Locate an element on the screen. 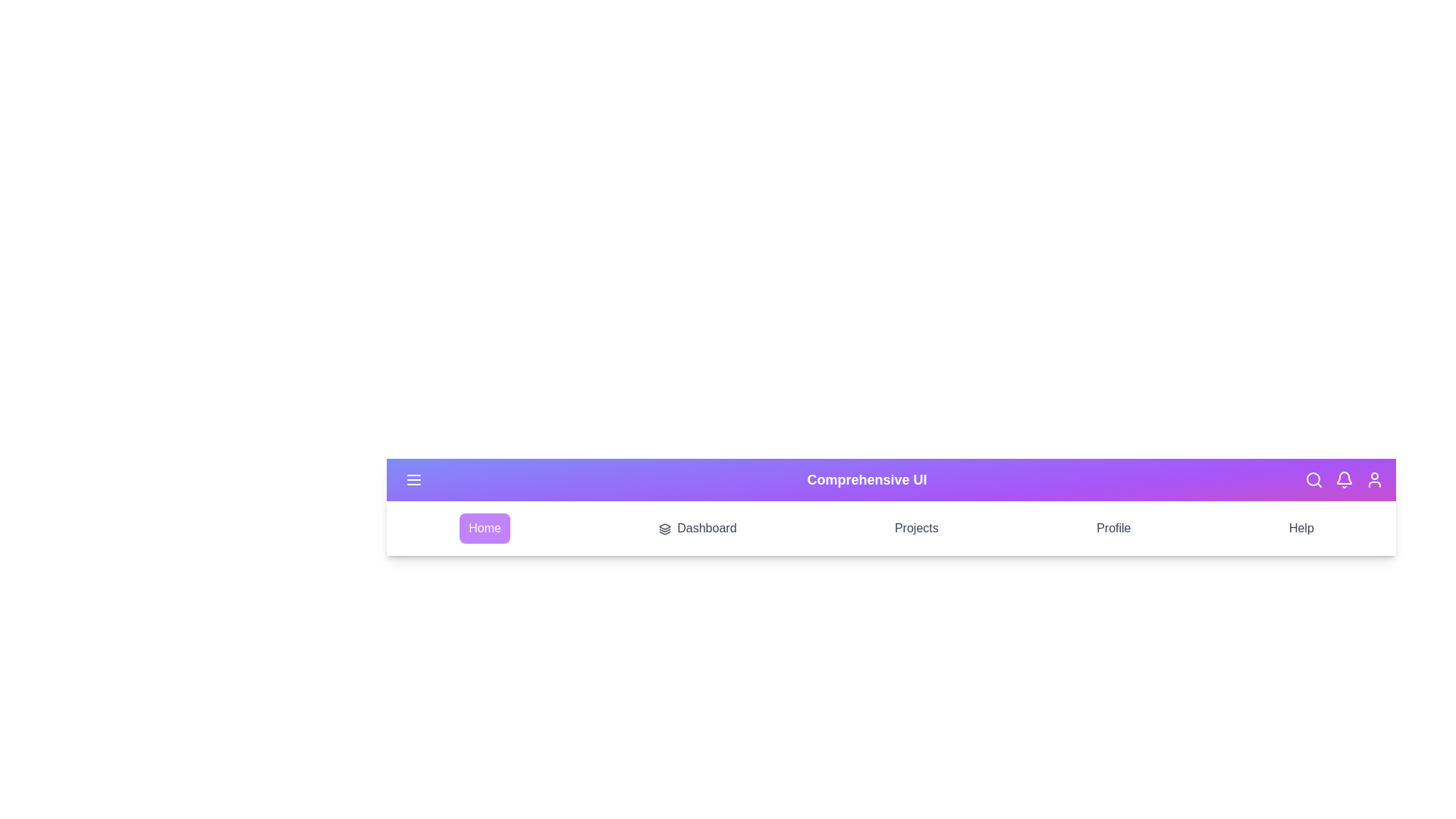 The width and height of the screenshot is (1456, 819). the Profile section from the navigation menu is located at coordinates (1113, 528).